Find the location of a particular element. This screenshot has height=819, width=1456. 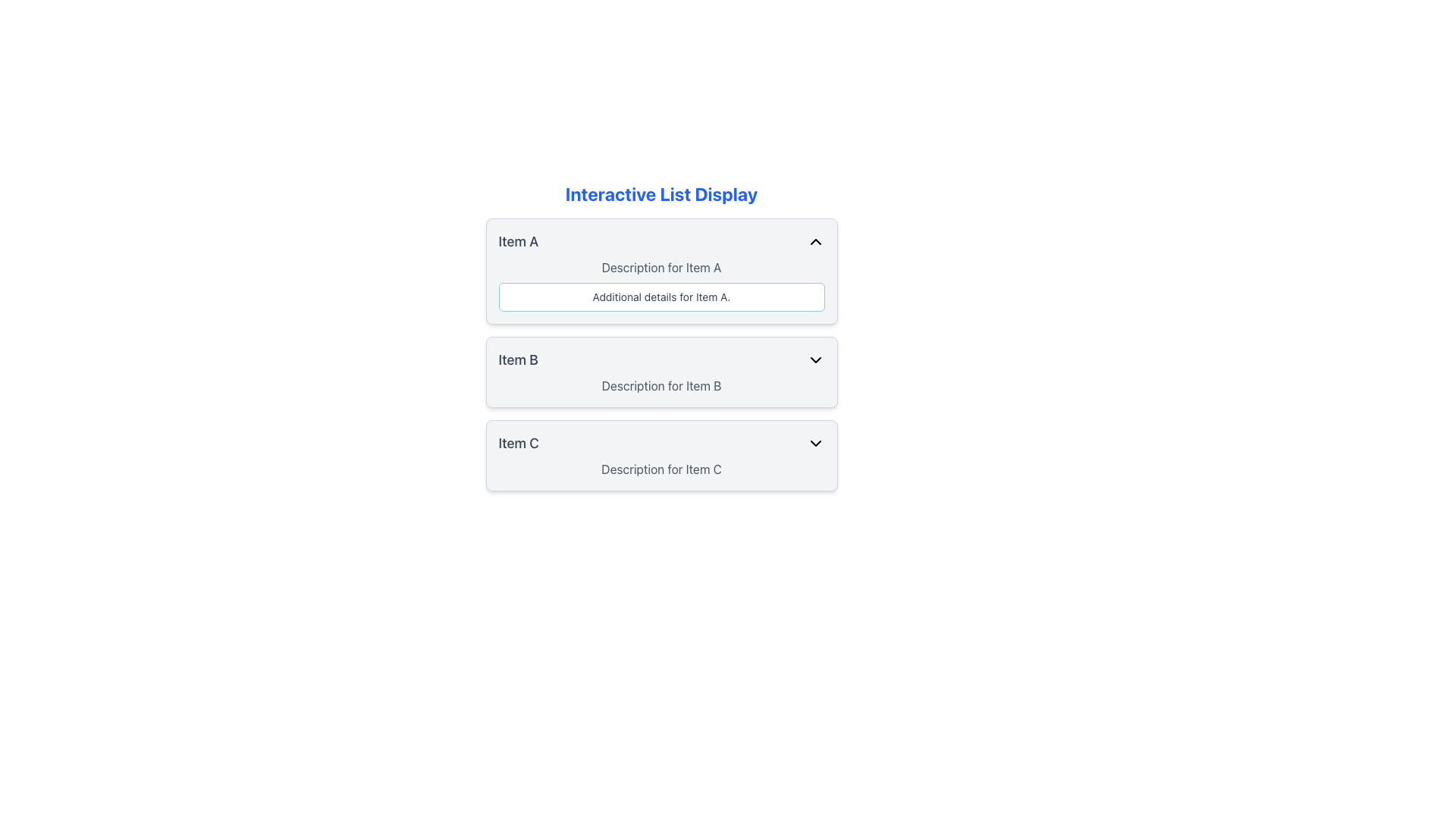

the static text label displaying 'Additional details for Item A.' which is located below the primary description for 'Item A' in the user interface is located at coordinates (661, 297).